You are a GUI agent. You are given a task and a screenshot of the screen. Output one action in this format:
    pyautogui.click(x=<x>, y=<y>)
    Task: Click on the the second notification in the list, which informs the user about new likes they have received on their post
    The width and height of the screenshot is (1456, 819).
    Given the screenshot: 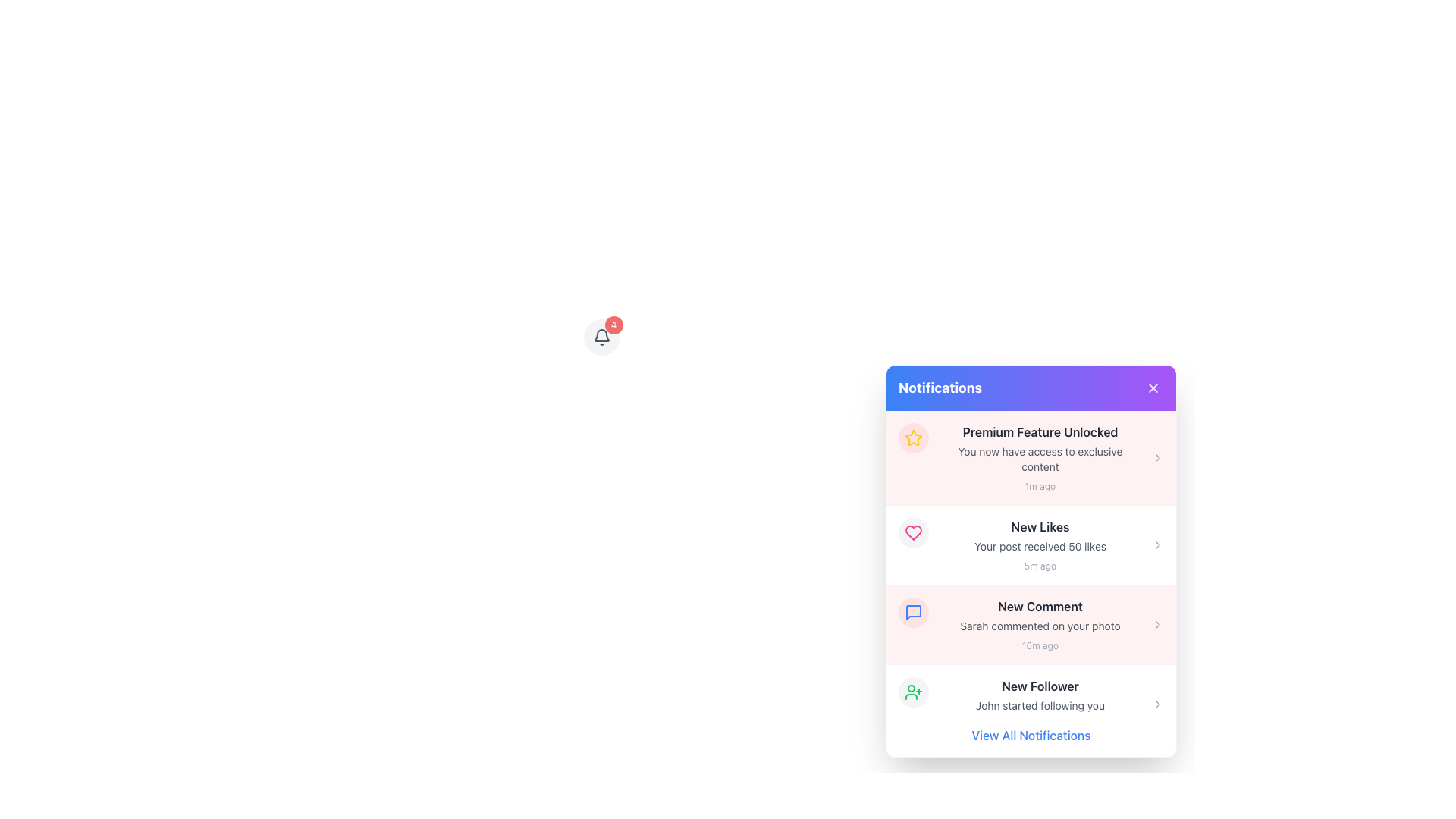 What is the action you would take?
    pyautogui.click(x=1040, y=544)
    